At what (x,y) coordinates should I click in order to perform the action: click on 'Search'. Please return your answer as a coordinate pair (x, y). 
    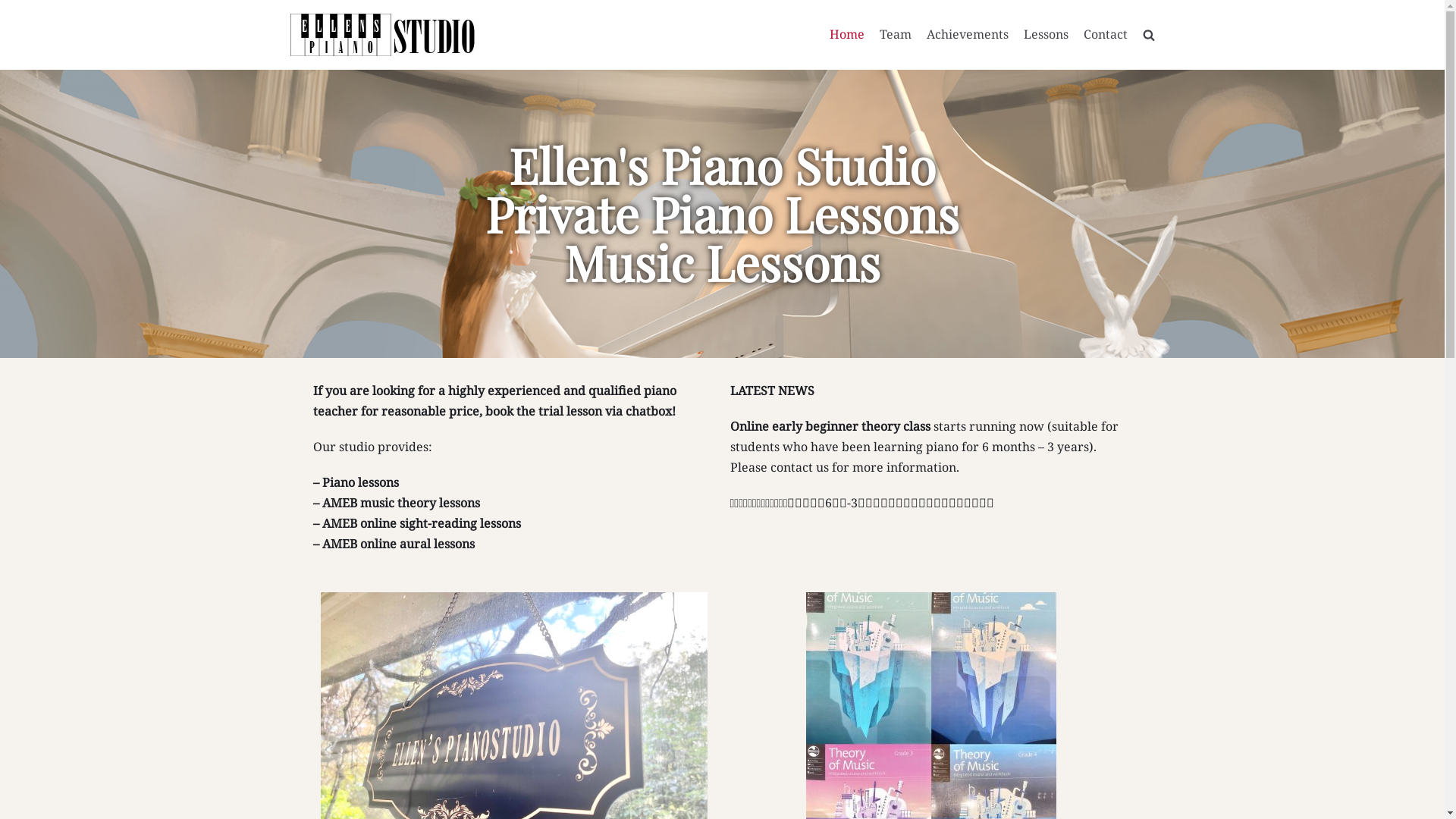
    Looking at the image, I should click on (1122, 68).